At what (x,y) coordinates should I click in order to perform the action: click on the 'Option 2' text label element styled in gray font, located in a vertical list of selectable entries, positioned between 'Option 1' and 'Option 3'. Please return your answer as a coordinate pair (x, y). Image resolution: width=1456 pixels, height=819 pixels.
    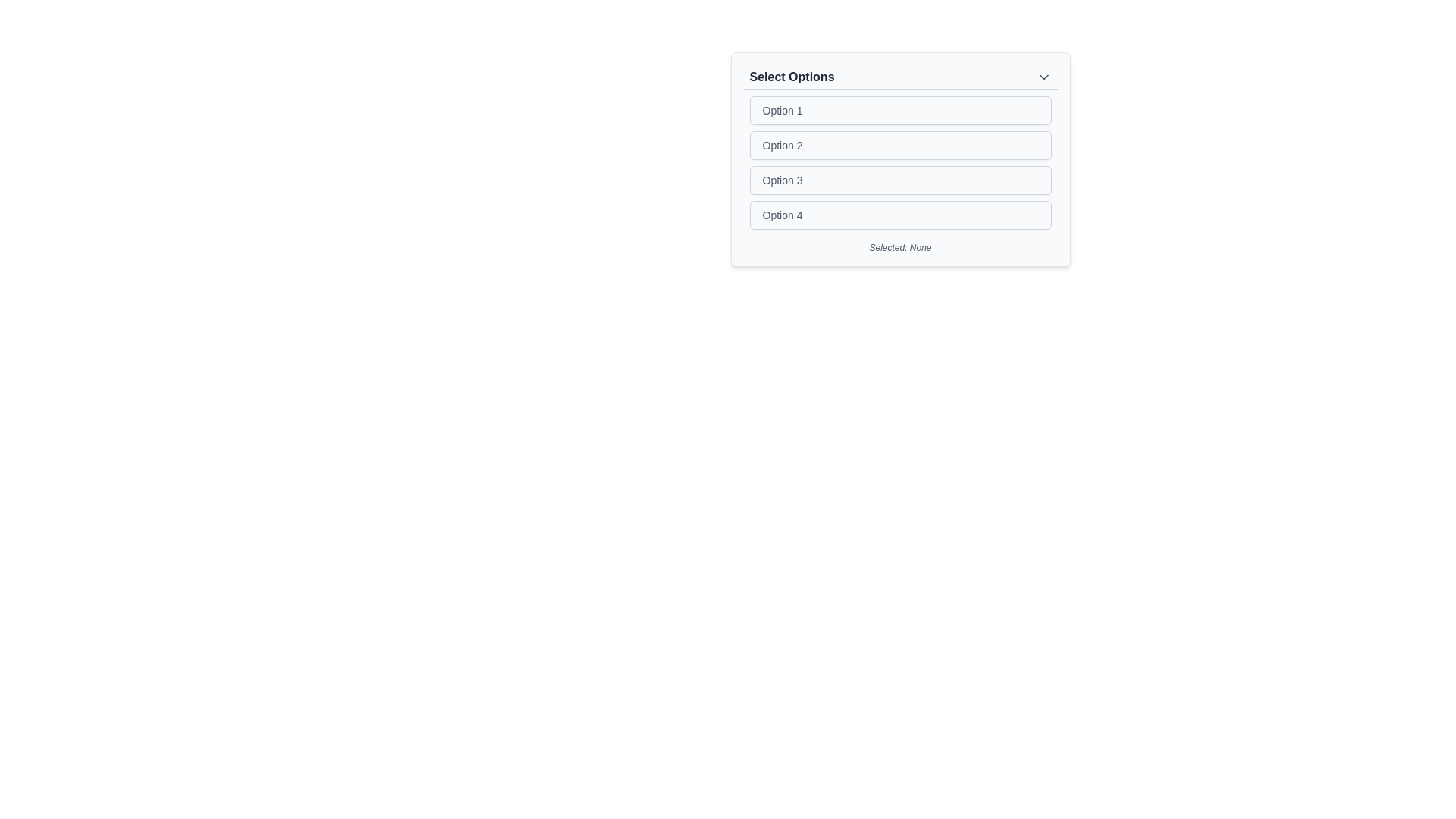
    Looking at the image, I should click on (783, 146).